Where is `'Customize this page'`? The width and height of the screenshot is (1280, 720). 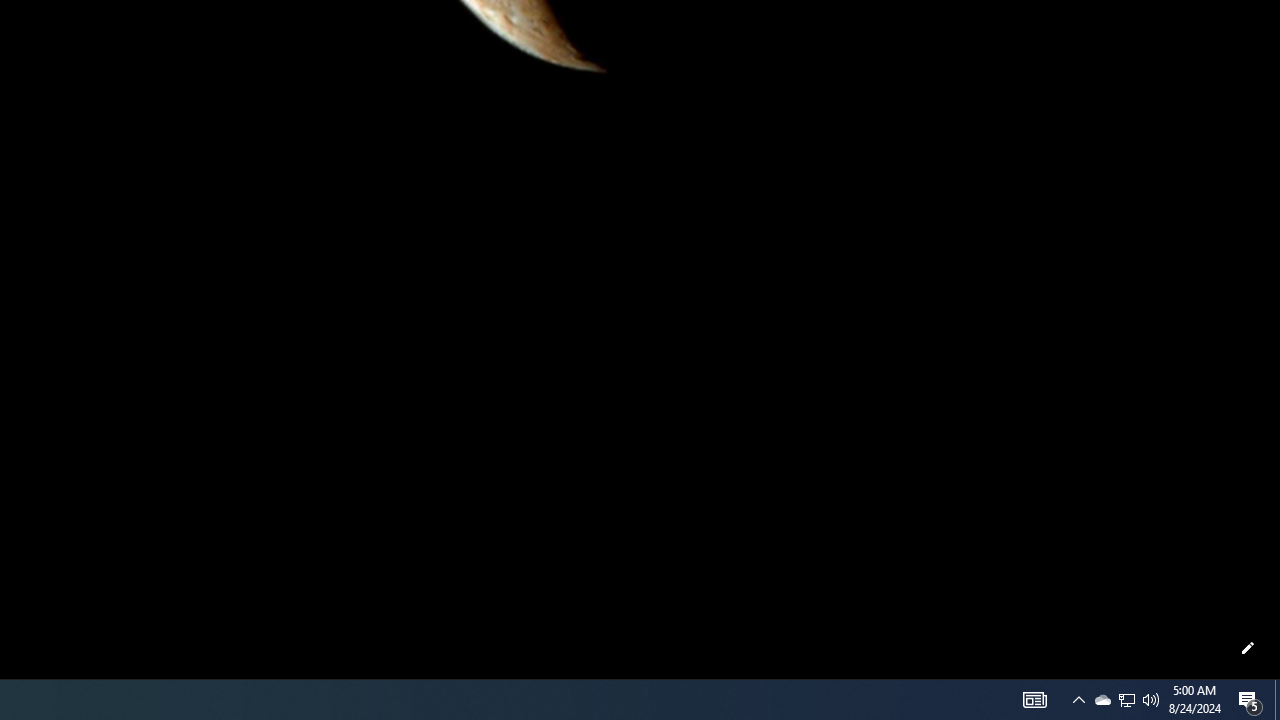
'Customize this page' is located at coordinates (1247, 648).